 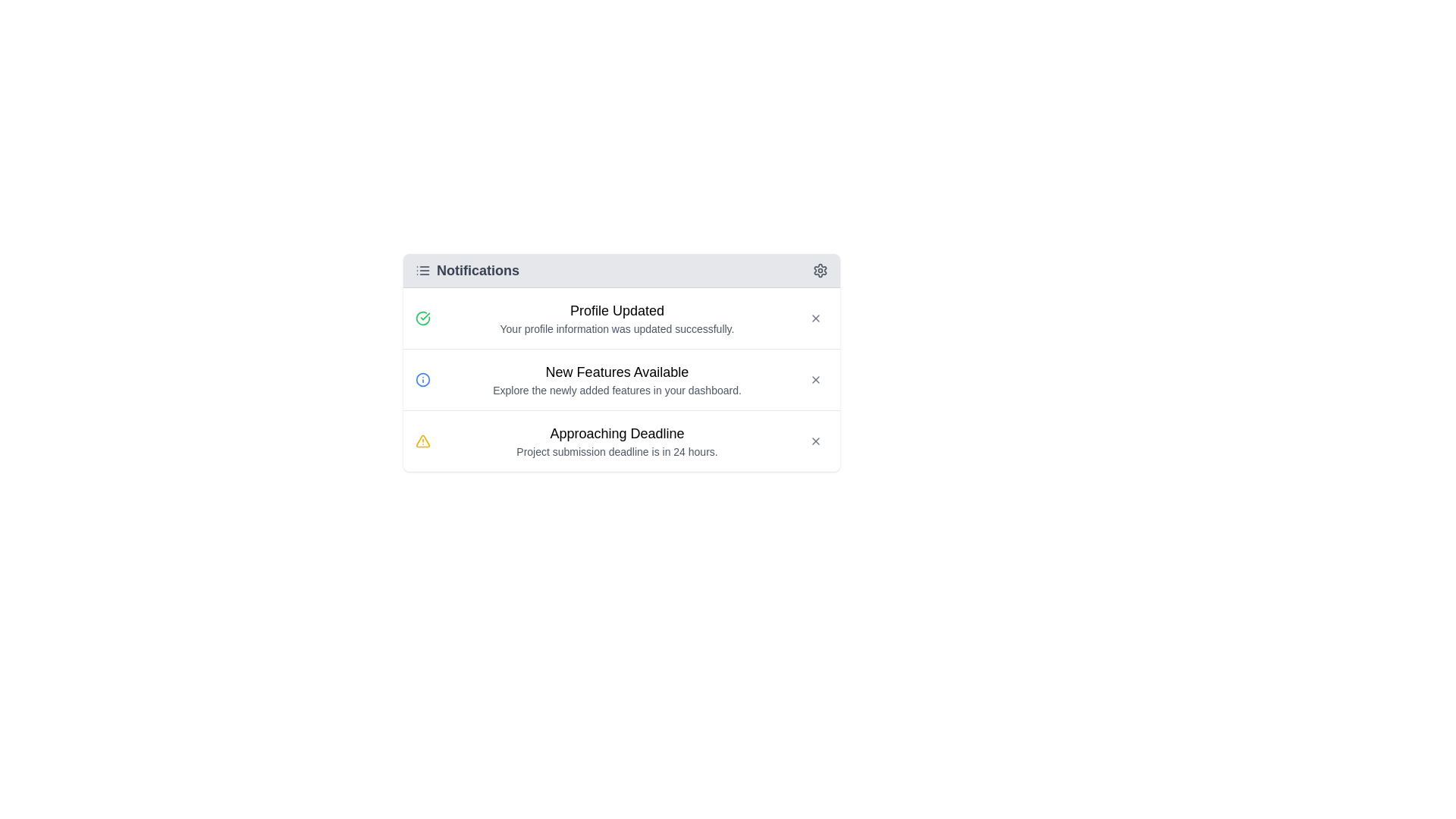 I want to click on the 'X' close button located on the far right of the notification panel header, so click(x=814, y=318).